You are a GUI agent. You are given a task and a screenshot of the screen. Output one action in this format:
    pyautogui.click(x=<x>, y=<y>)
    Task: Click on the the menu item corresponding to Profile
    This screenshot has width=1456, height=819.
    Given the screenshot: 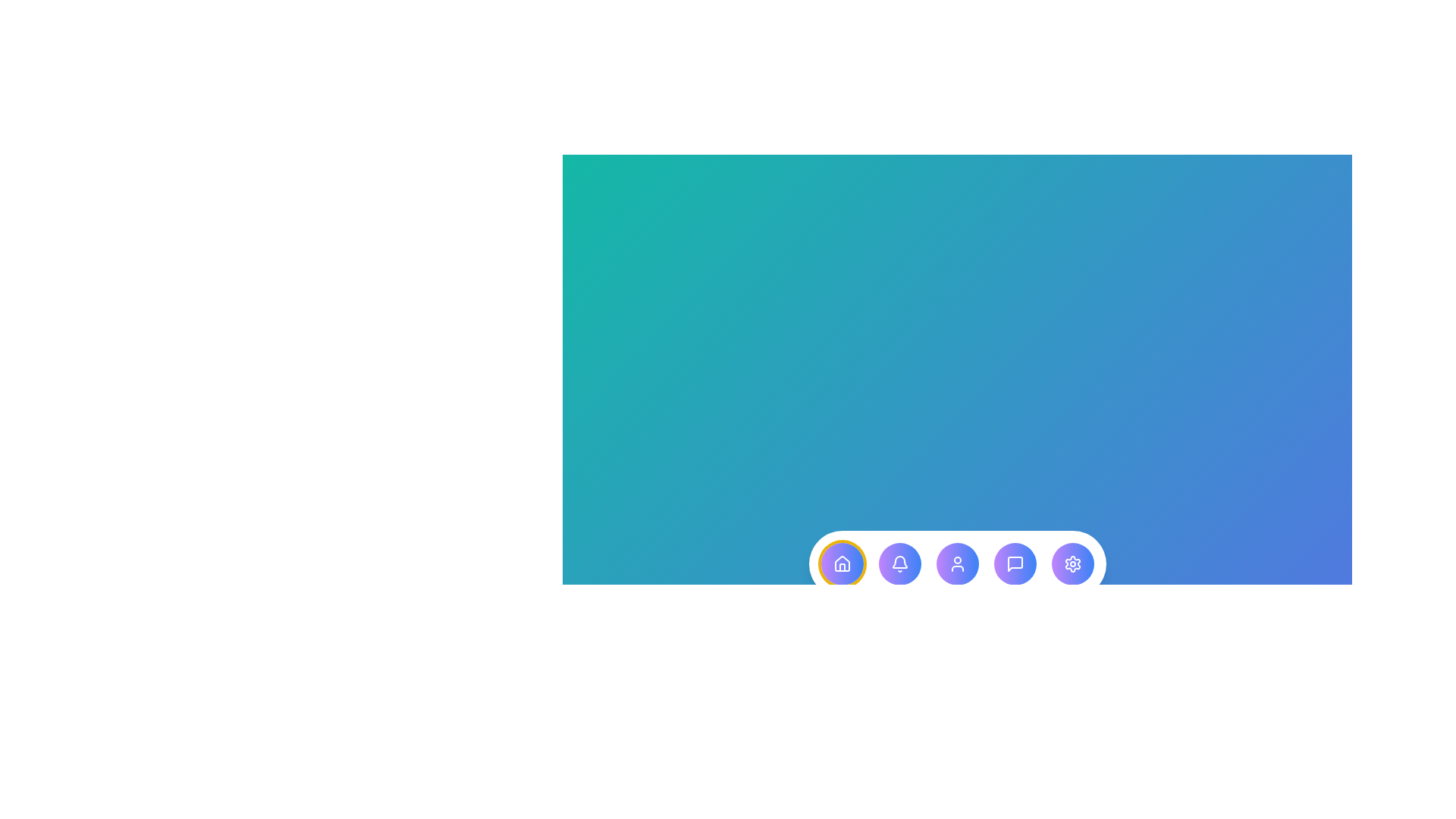 What is the action you would take?
    pyautogui.click(x=956, y=564)
    